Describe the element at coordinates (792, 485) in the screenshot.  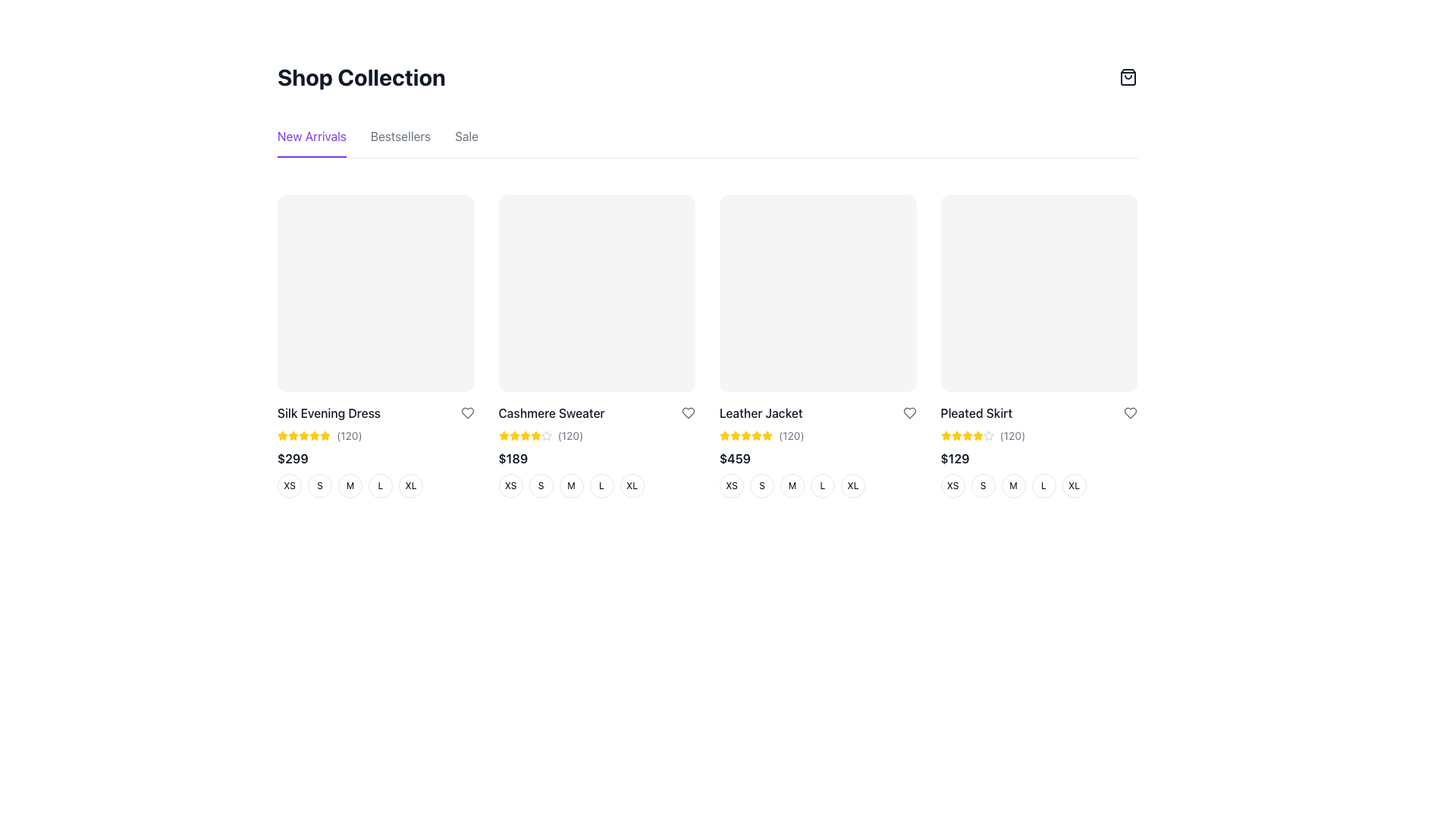
I see `the circular button with a light gray border containing the letter 'M', which is the third button in the size options for the 'Leather Jacket' located below the price section` at that location.